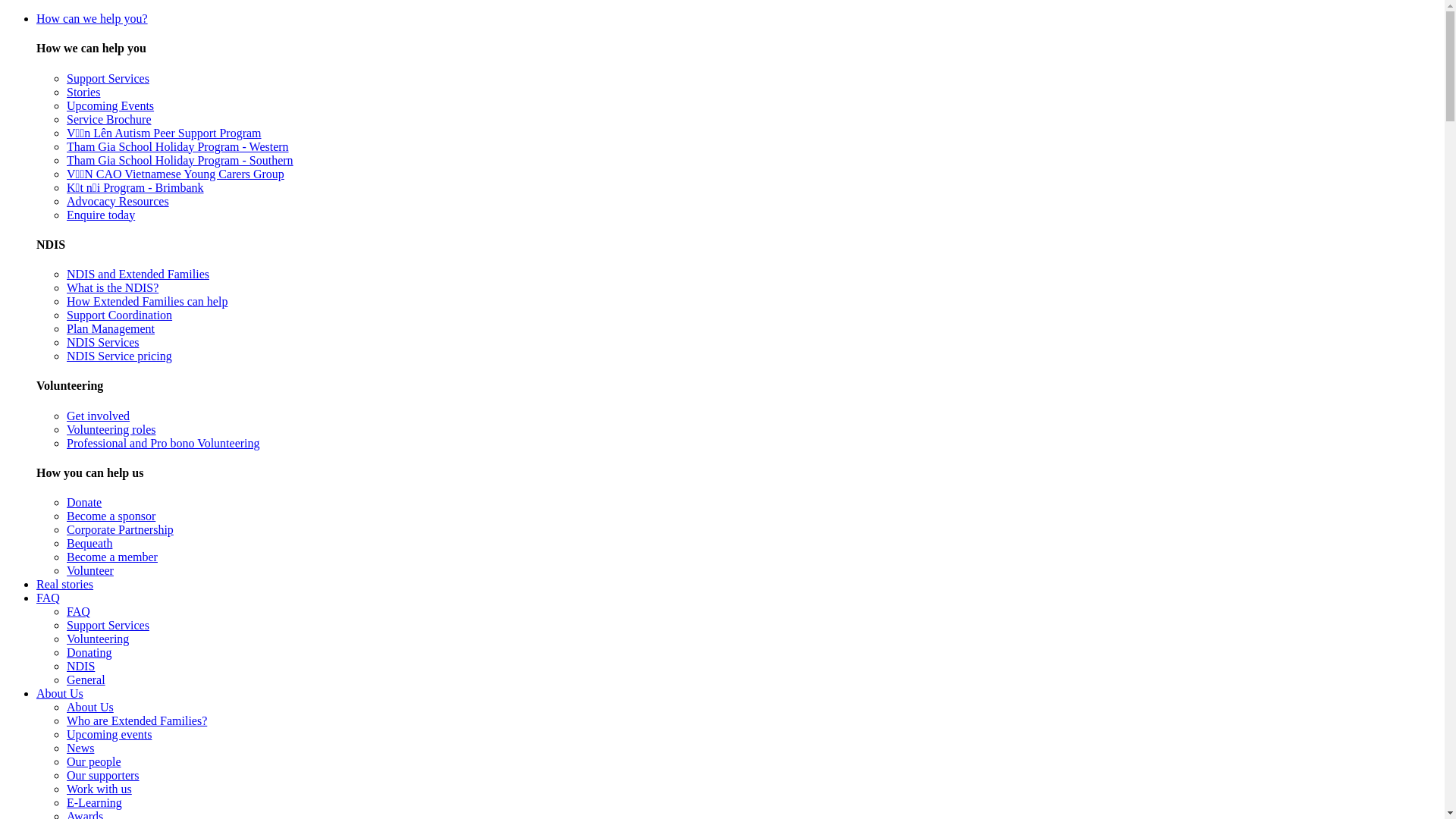 The height and width of the screenshot is (819, 1456). Describe the element at coordinates (97, 639) in the screenshot. I see `'Volunteering'` at that location.